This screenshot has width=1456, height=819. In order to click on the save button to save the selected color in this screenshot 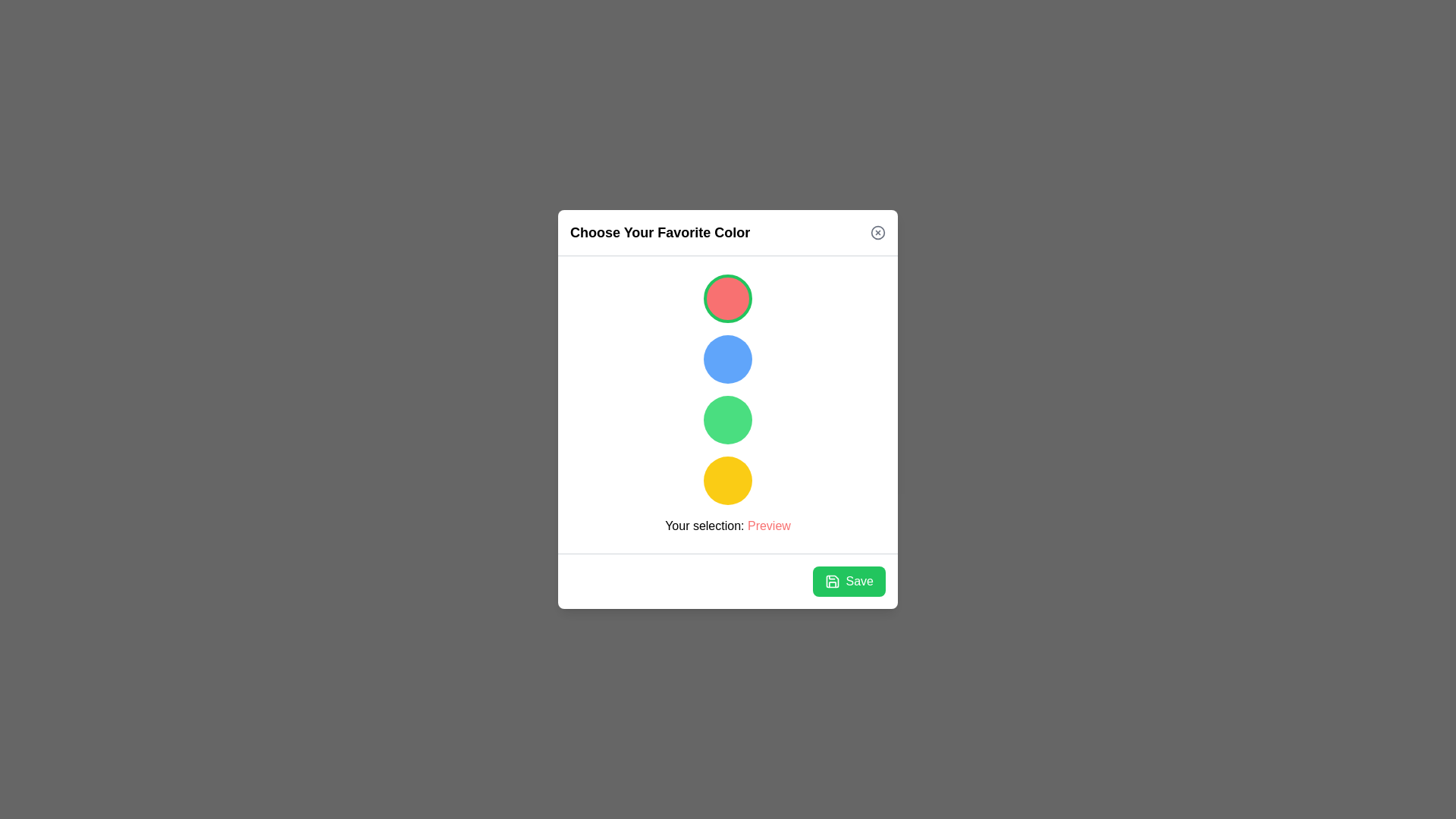, I will do `click(847, 581)`.